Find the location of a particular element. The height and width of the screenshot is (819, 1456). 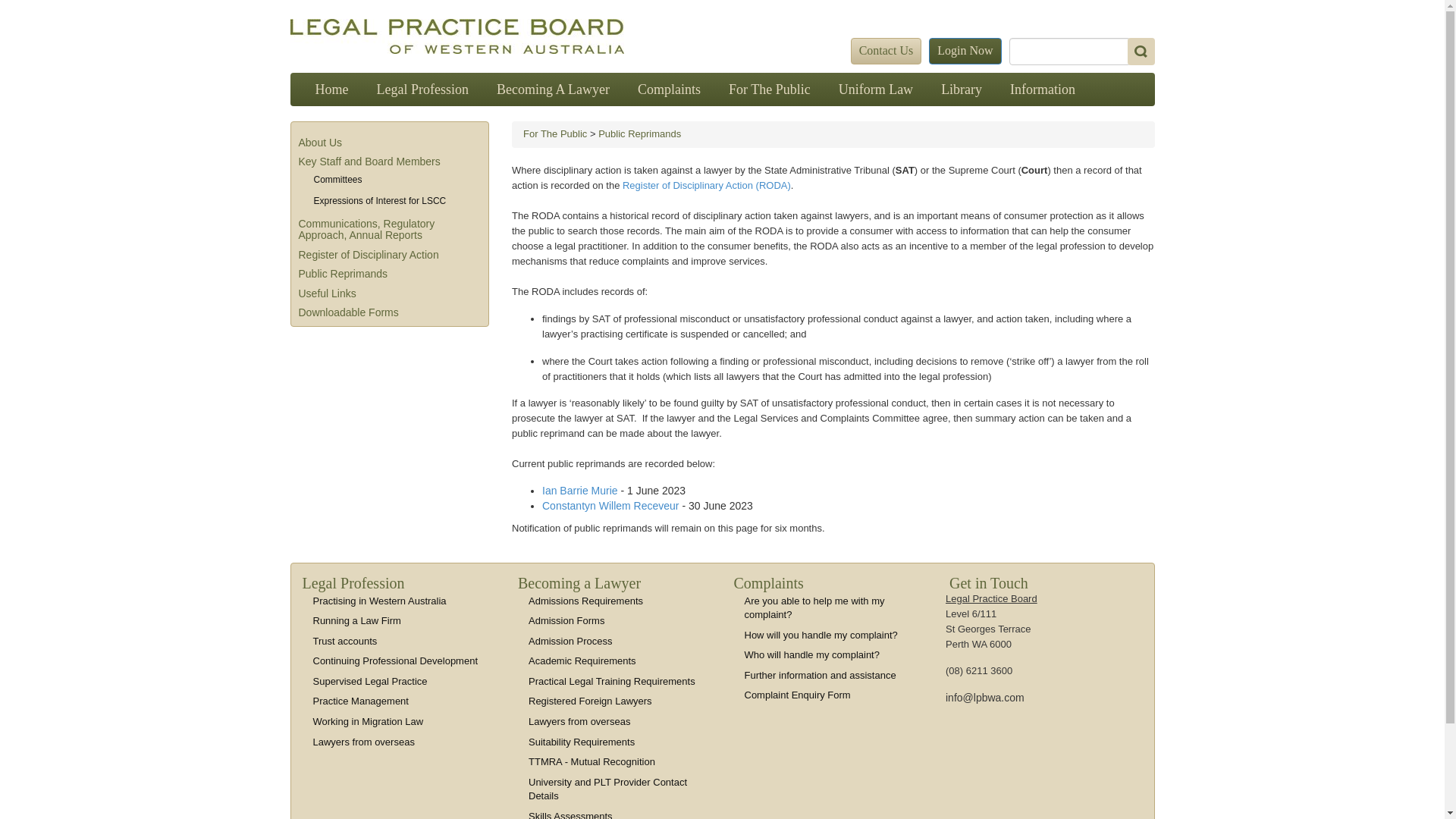

'Register of Disciplinary Action (RODA)' is located at coordinates (705, 184).